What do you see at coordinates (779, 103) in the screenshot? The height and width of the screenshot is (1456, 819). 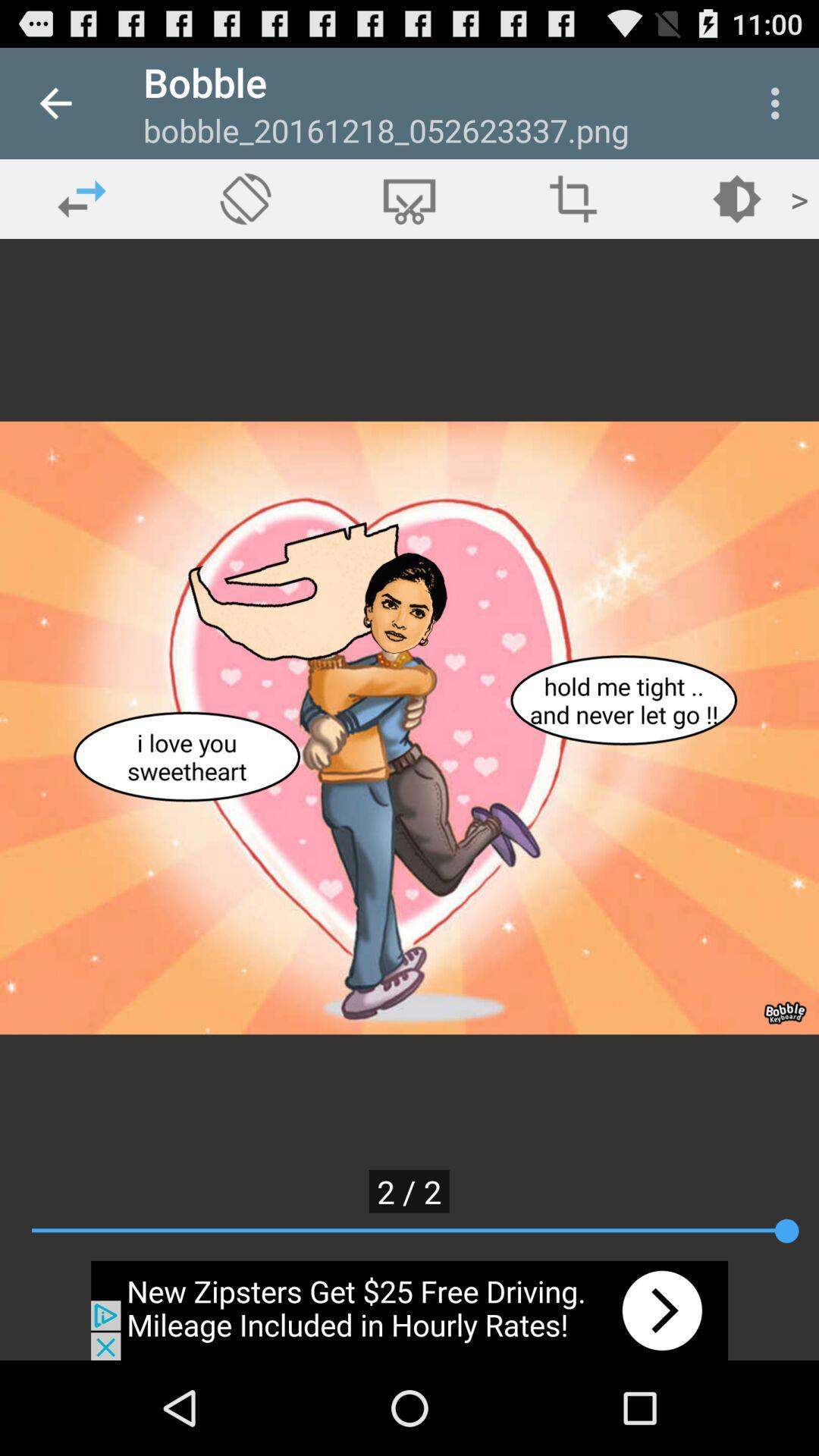 I see `the option menu which is in the right corner of the screen` at bounding box center [779, 103].